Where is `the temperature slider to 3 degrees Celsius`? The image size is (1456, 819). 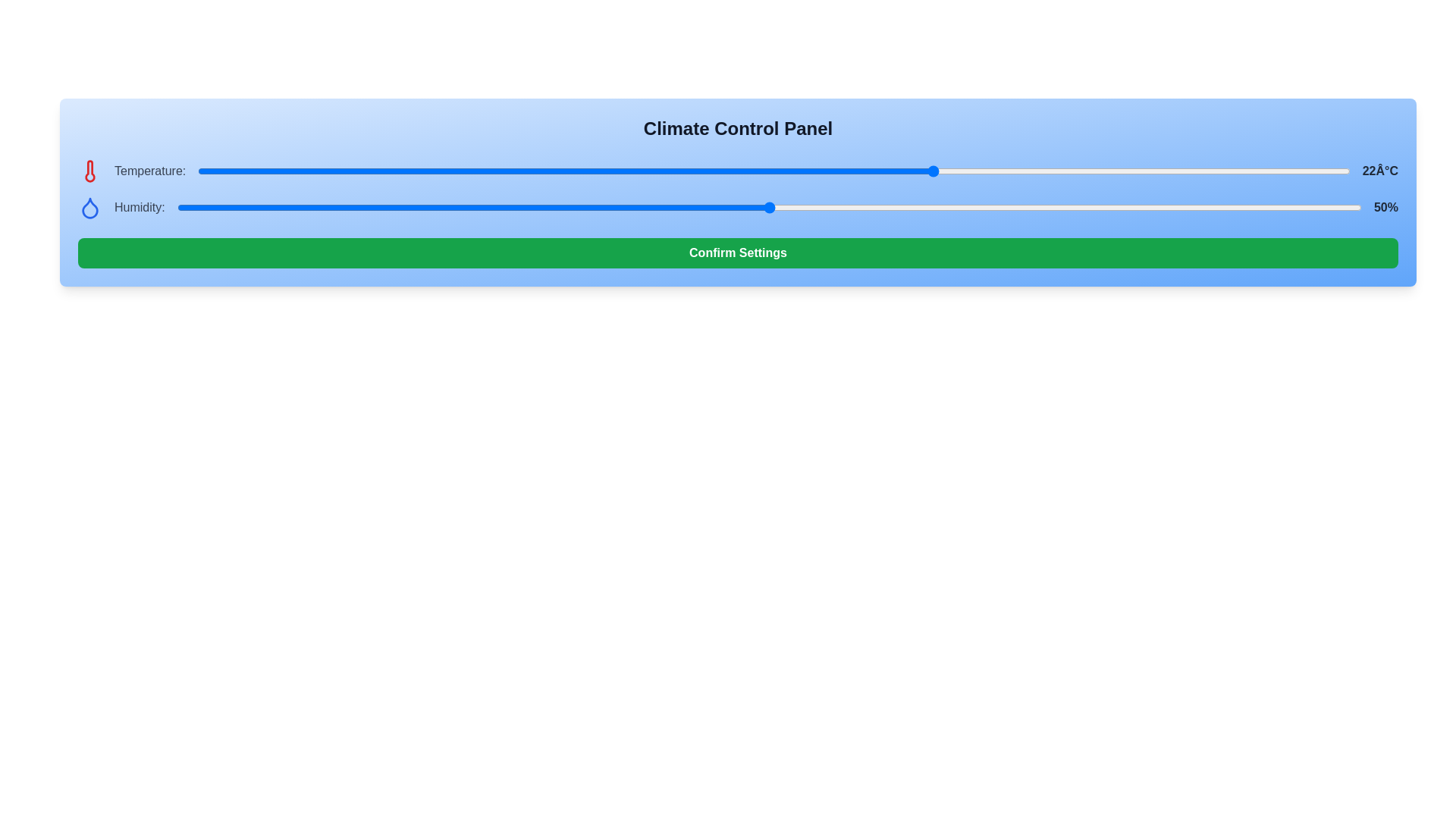 the temperature slider to 3 degrees Celsius is located at coordinates (497, 171).